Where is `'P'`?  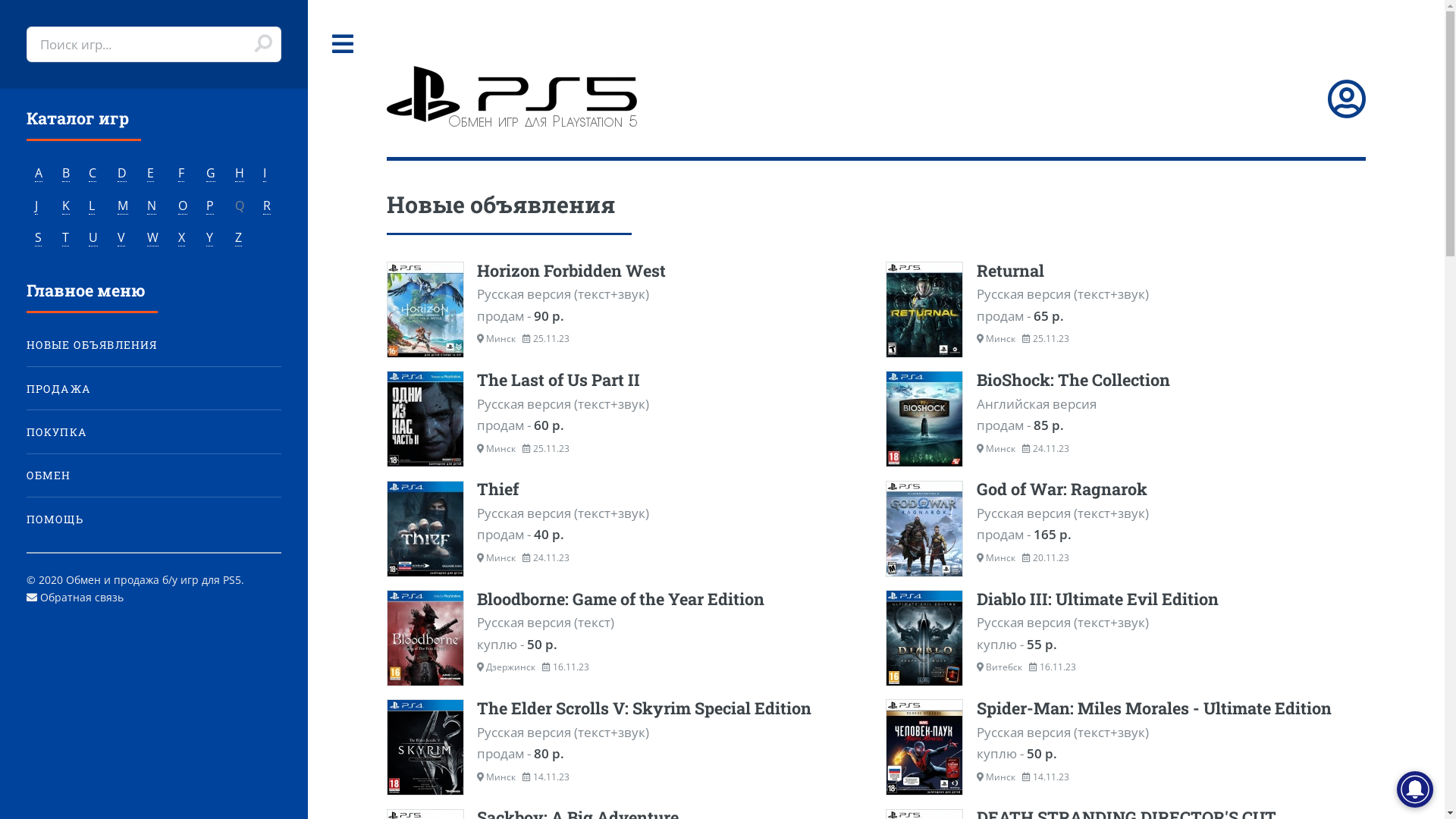 'P' is located at coordinates (209, 206).